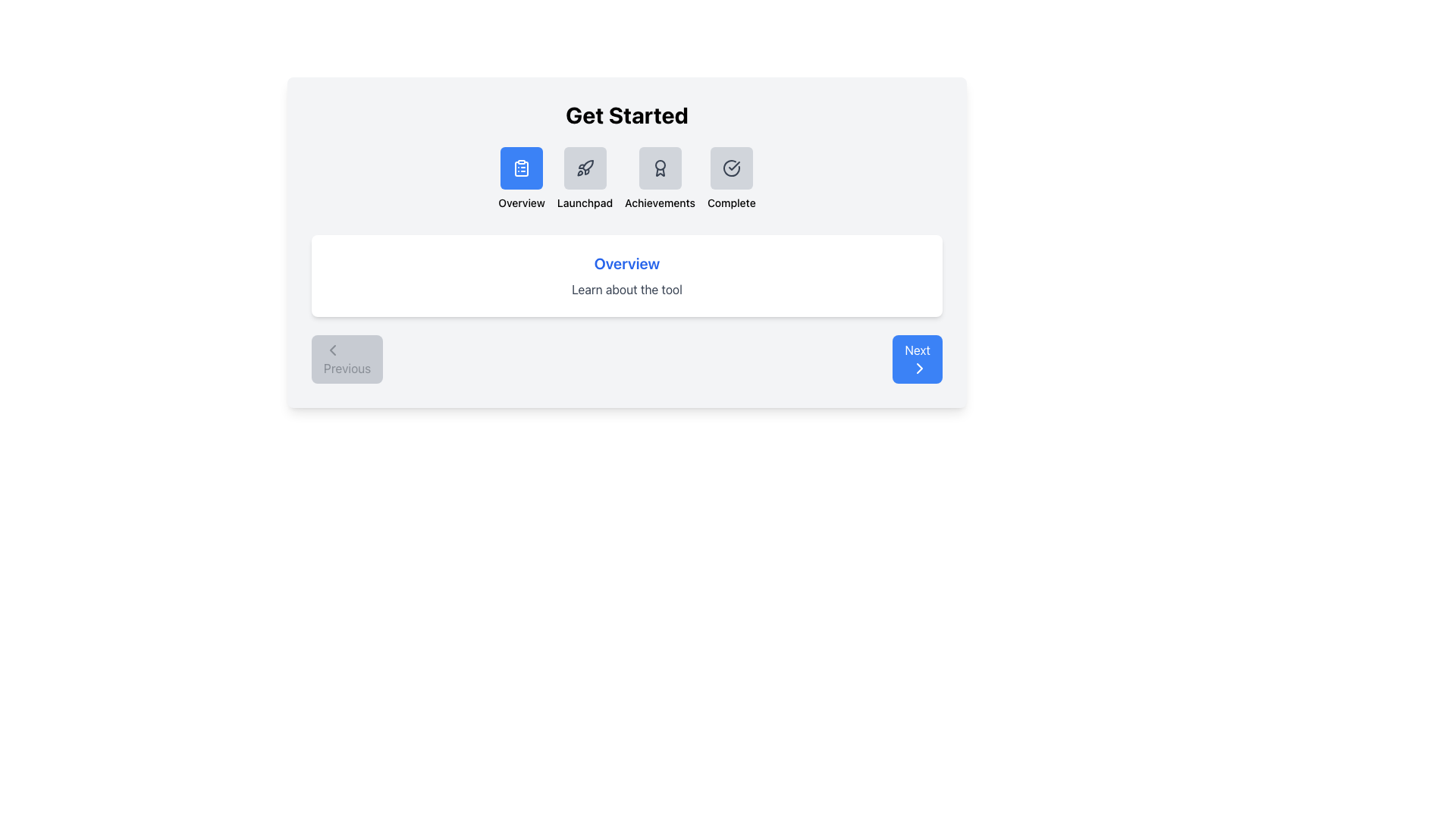 The image size is (1456, 819). I want to click on the blue square button with a white clipboard icon, so click(522, 168).